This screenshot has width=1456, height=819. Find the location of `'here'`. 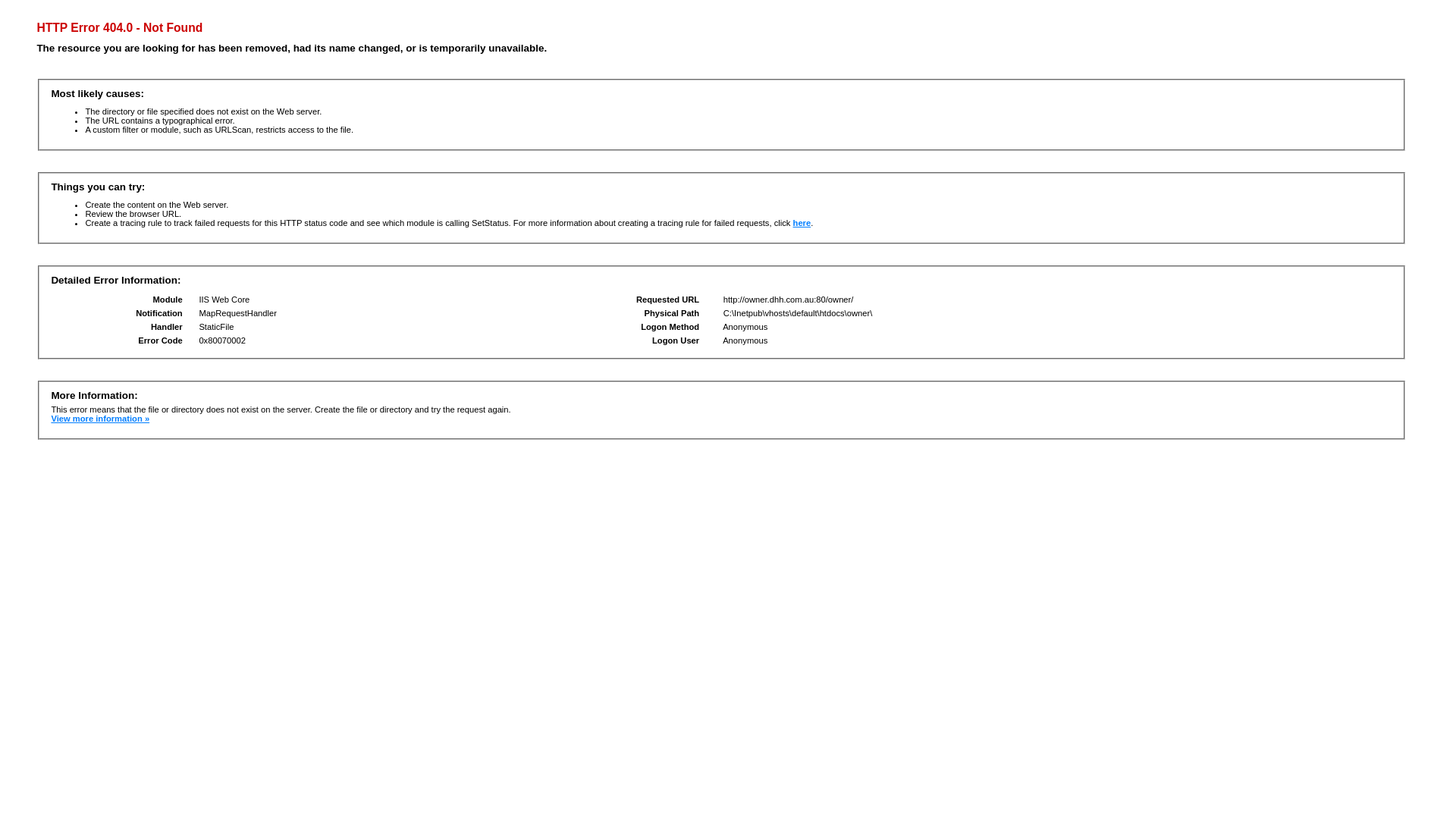

'here' is located at coordinates (801, 222).